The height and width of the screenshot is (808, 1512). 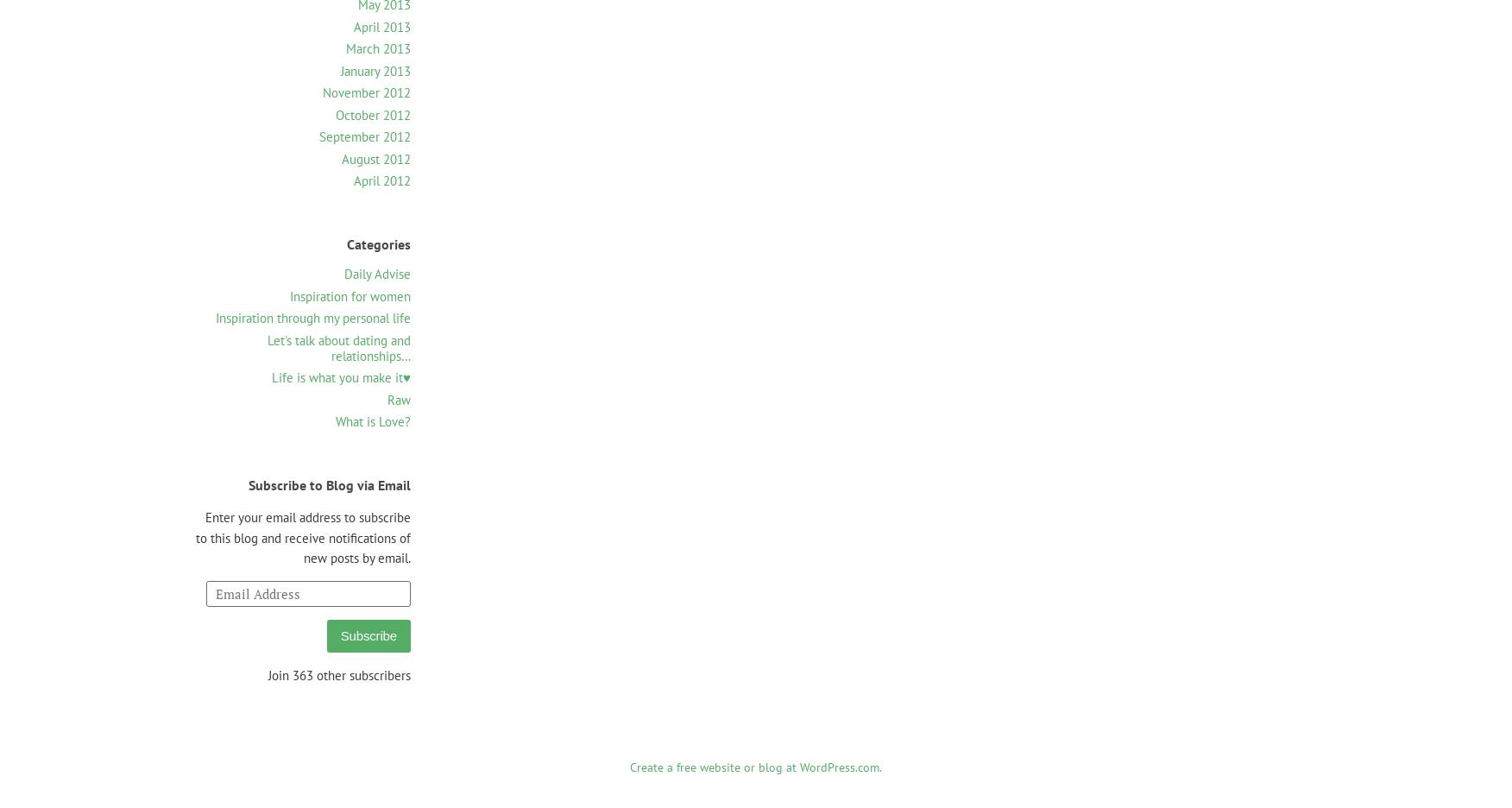 I want to click on 'August 2012', so click(x=375, y=157).